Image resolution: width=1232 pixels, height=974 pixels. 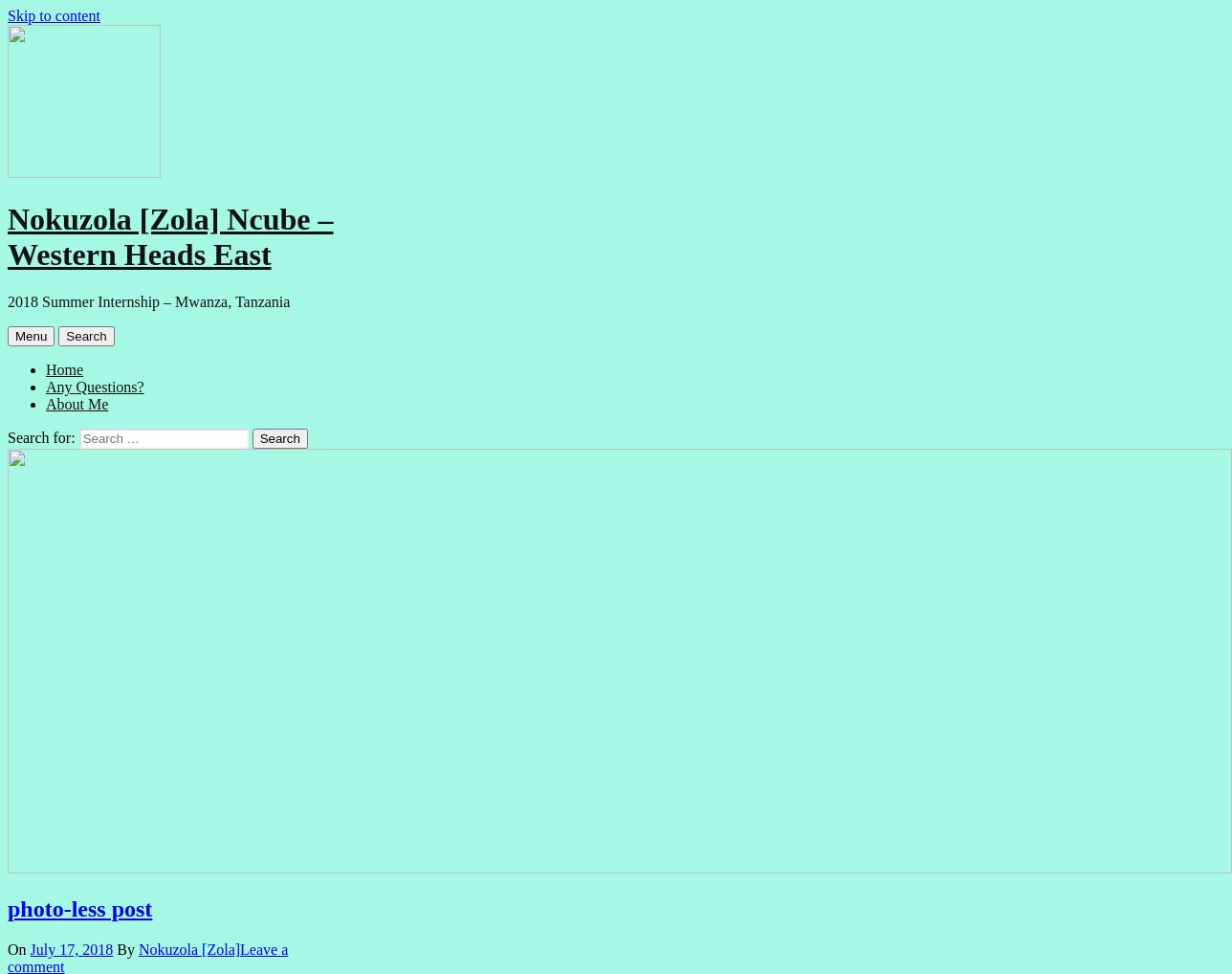 I want to click on 'On', so click(x=7, y=948).